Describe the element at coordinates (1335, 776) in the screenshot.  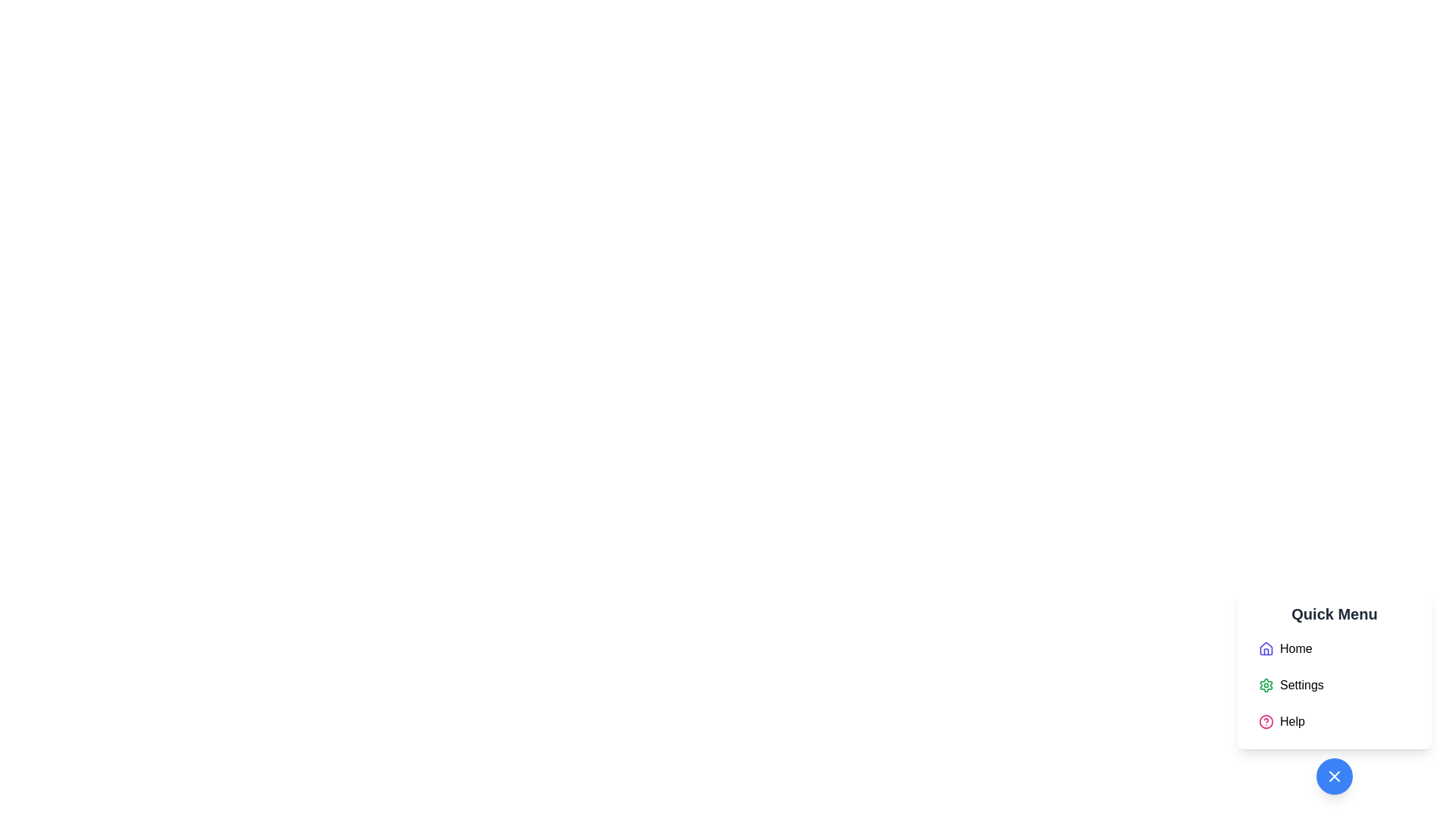
I see `the close button located at the bottom-right corner of the Quick Menu interface` at that location.